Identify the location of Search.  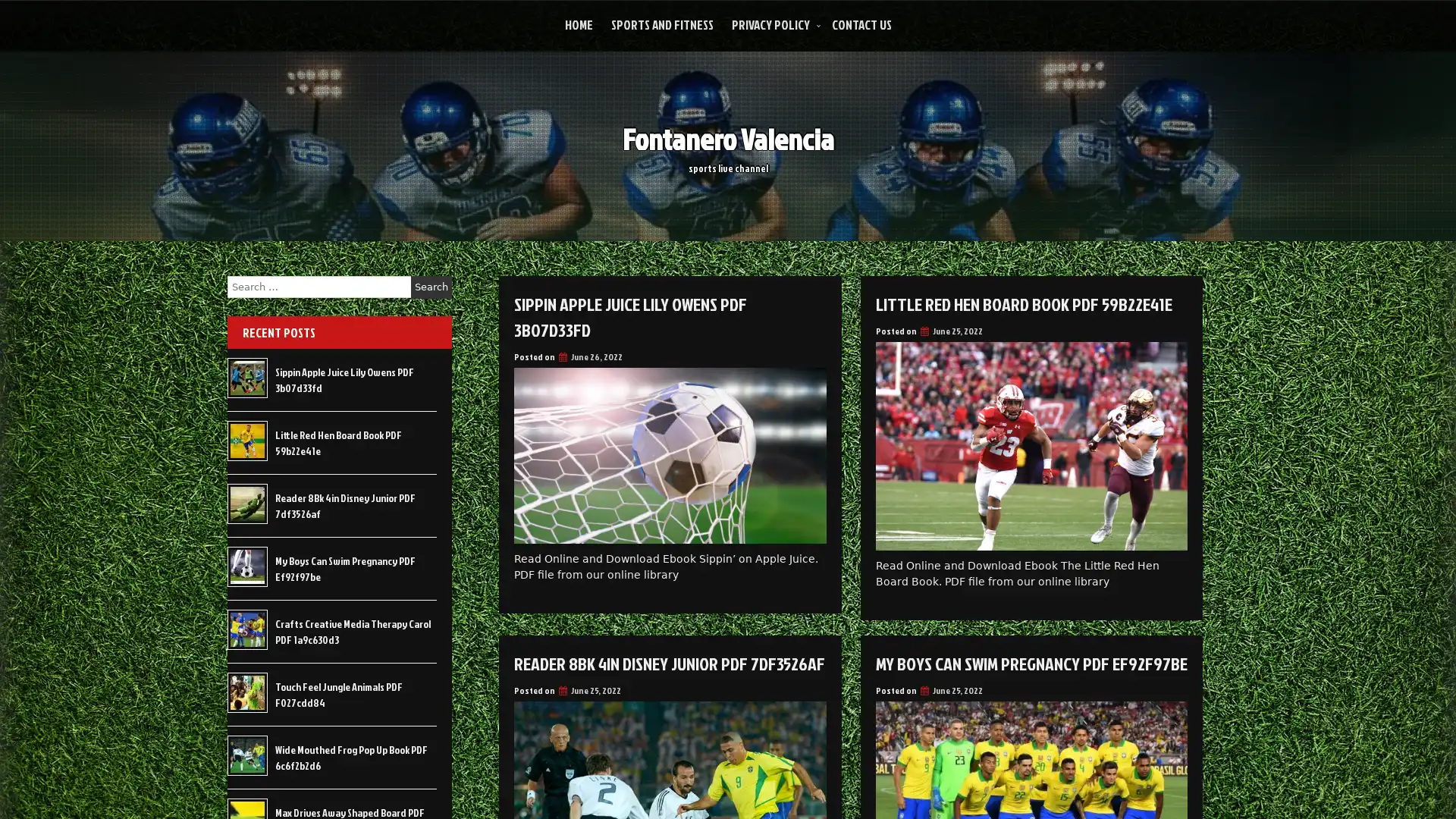
(431, 287).